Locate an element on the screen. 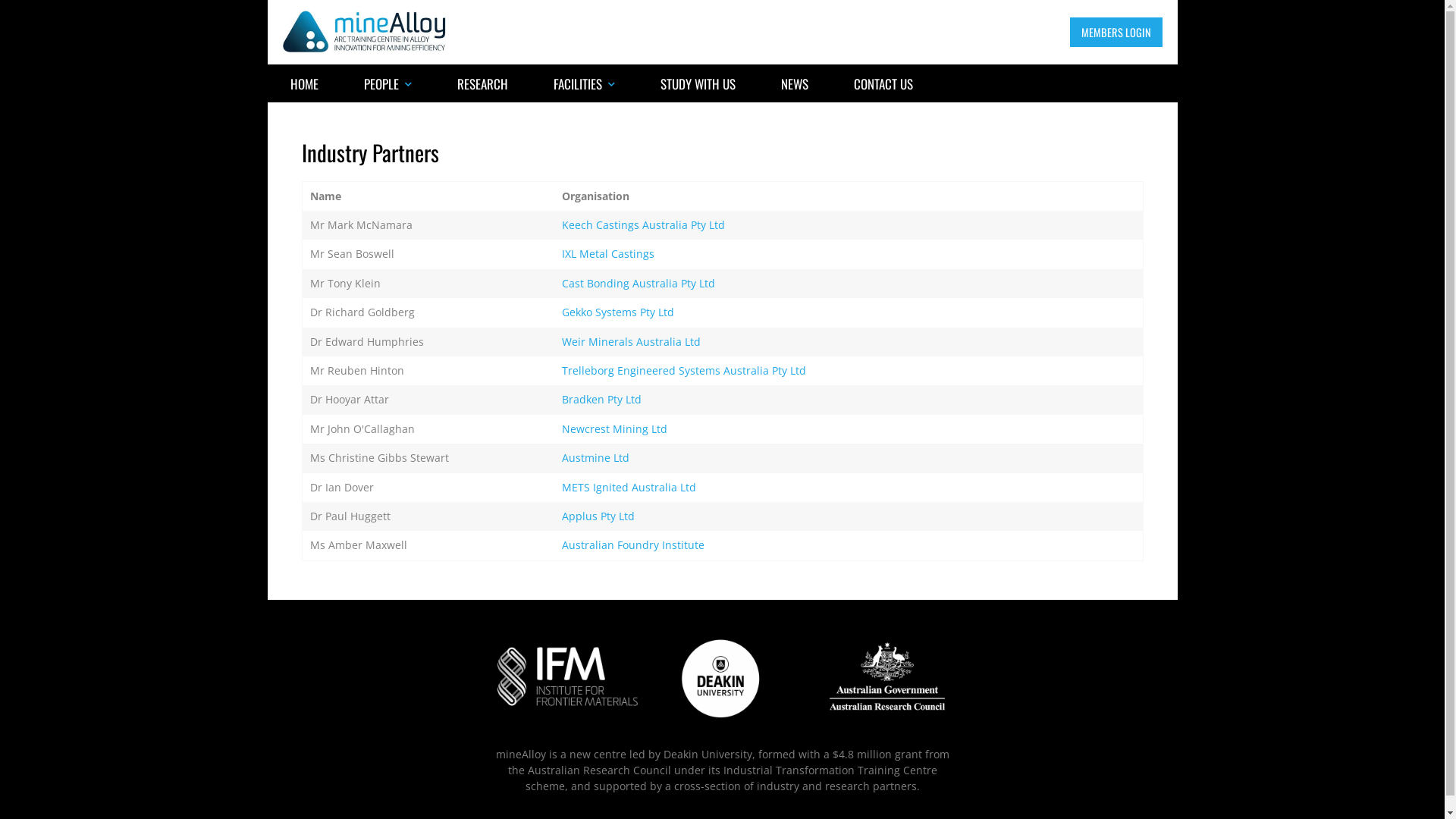 The width and height of the screenshot is (1456, 819). 'CONTACT US' is located at coordinates (830, 83).